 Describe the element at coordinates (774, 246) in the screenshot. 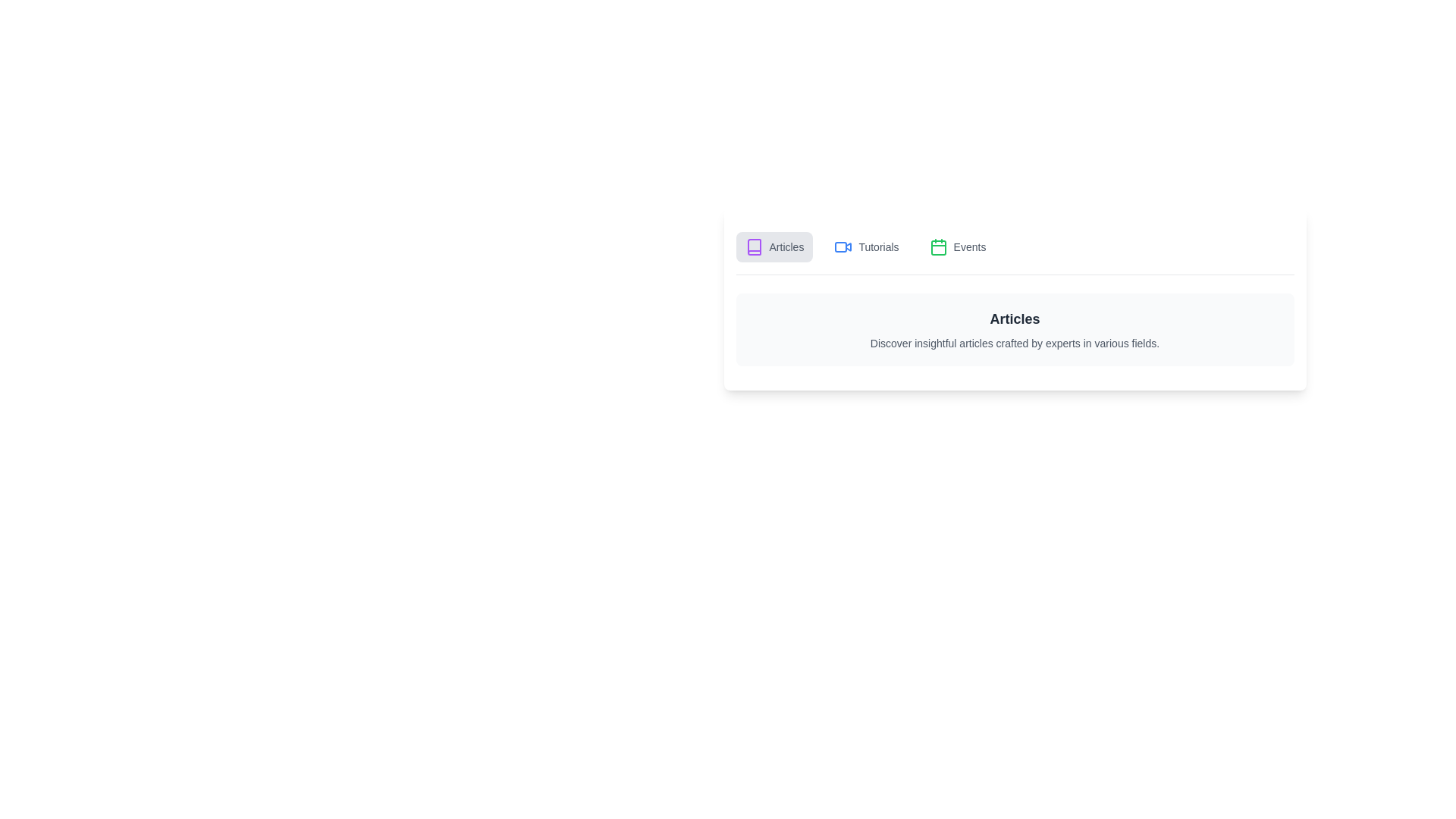

I see `the tab corresponding to Articles` at that location.